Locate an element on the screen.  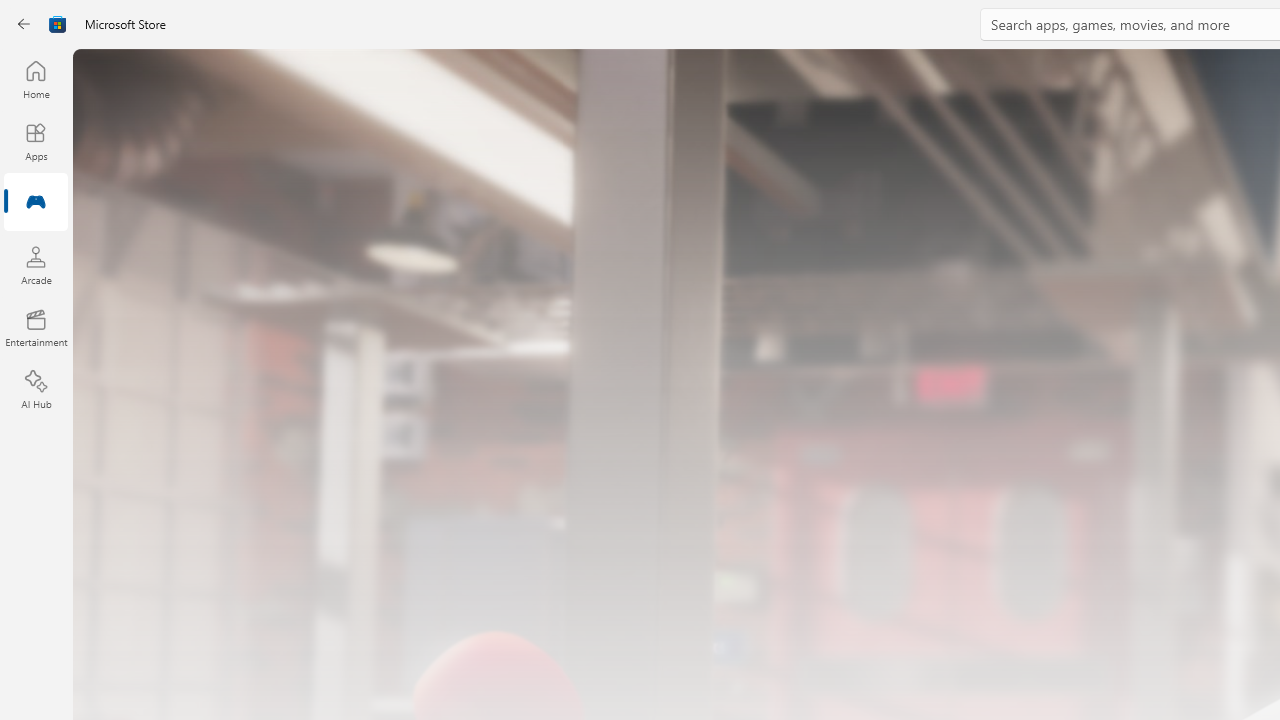
'Gaming' is located at coordinates (35, 203).